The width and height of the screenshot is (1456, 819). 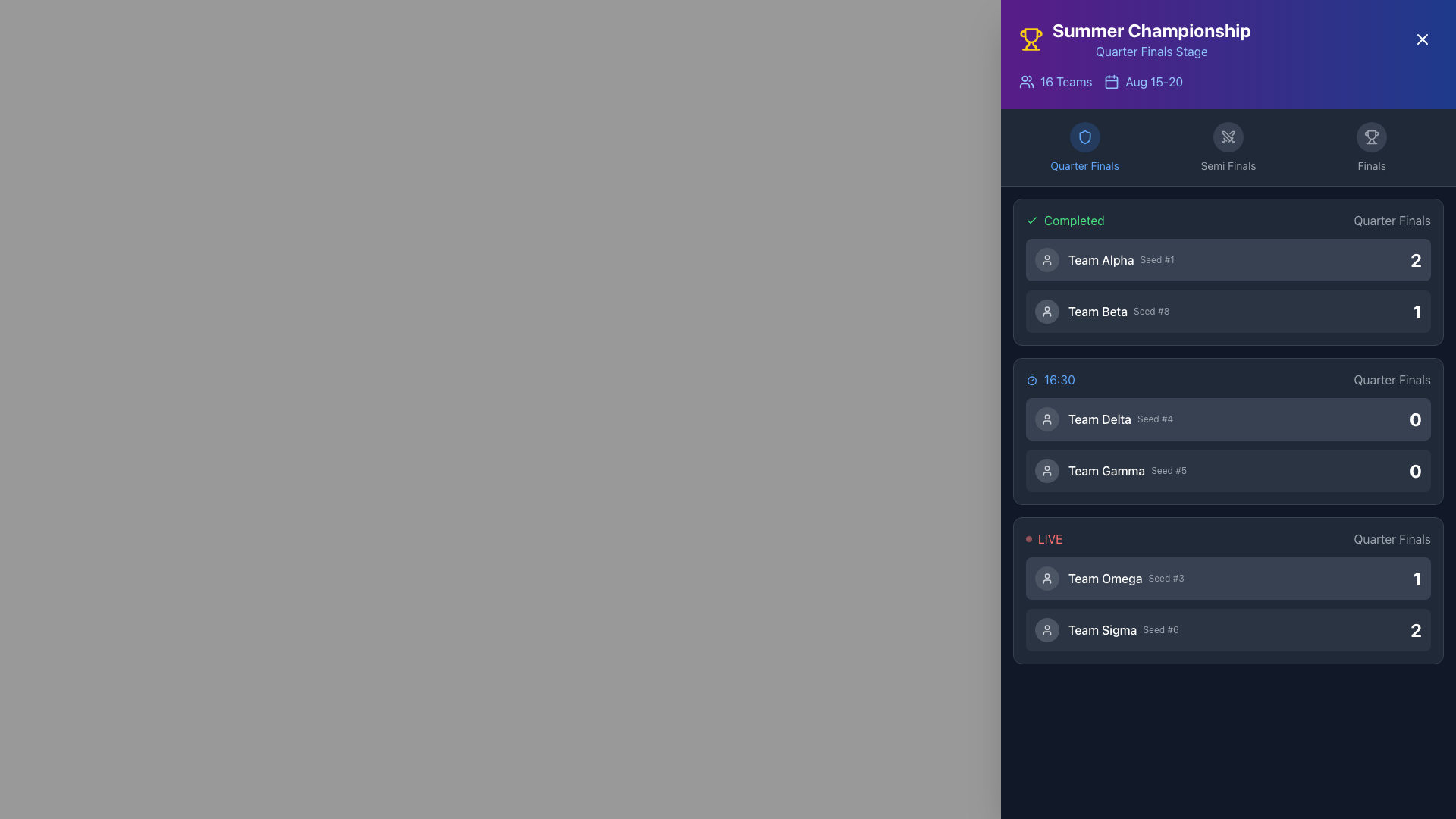 What do you see at coordinates (1046, 259) in the screenshot?
I see `the profile picture placeholder for 'Team Alpha', which is the first element in a horizontal layout containing team information` at bounding box center [1046, 259].